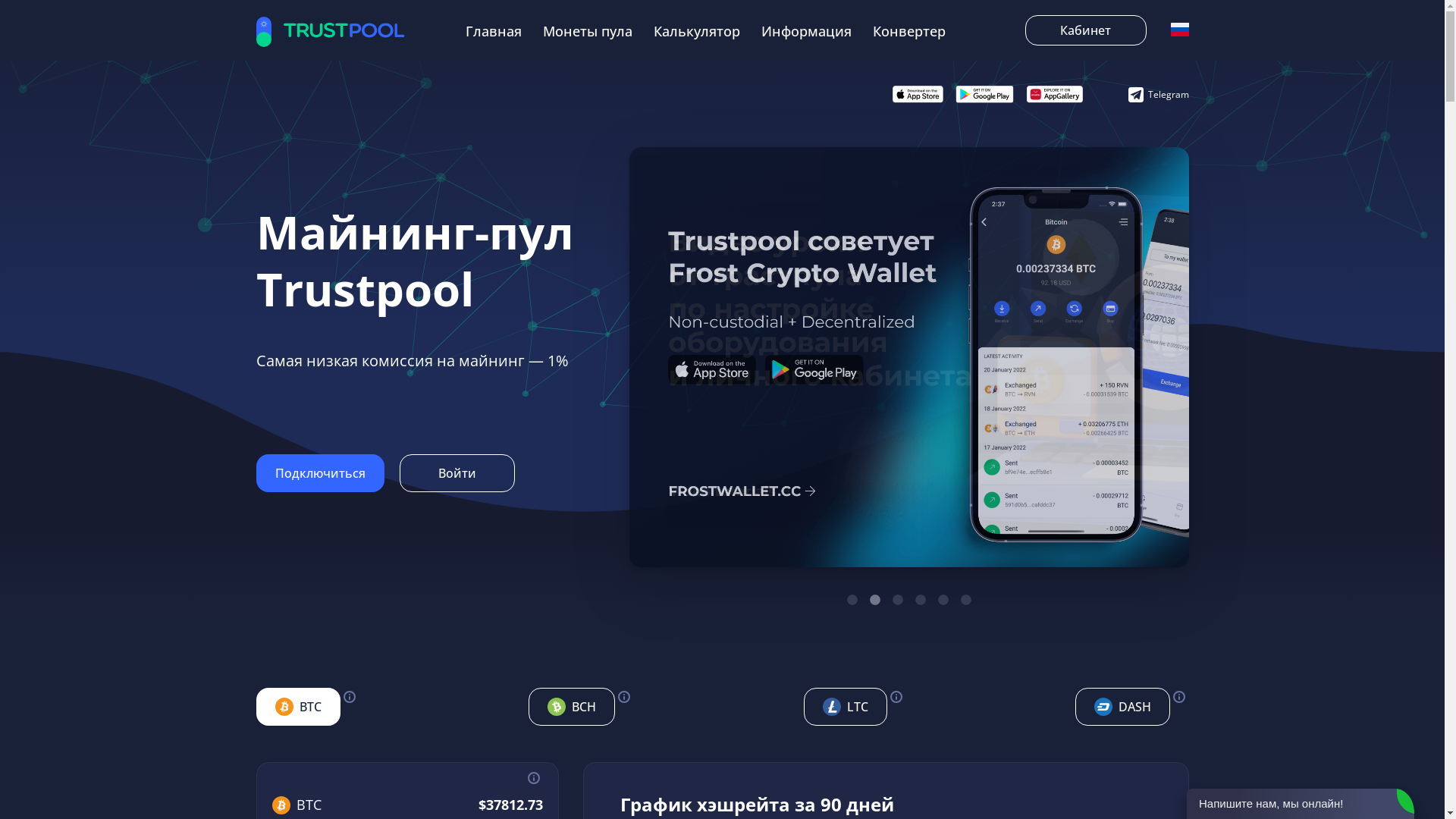 The width and height of the screenshot is (1456, 819). Describe the element at coordinates (1128, 94) in the screenshot. I see `'Telegram'` at that location.